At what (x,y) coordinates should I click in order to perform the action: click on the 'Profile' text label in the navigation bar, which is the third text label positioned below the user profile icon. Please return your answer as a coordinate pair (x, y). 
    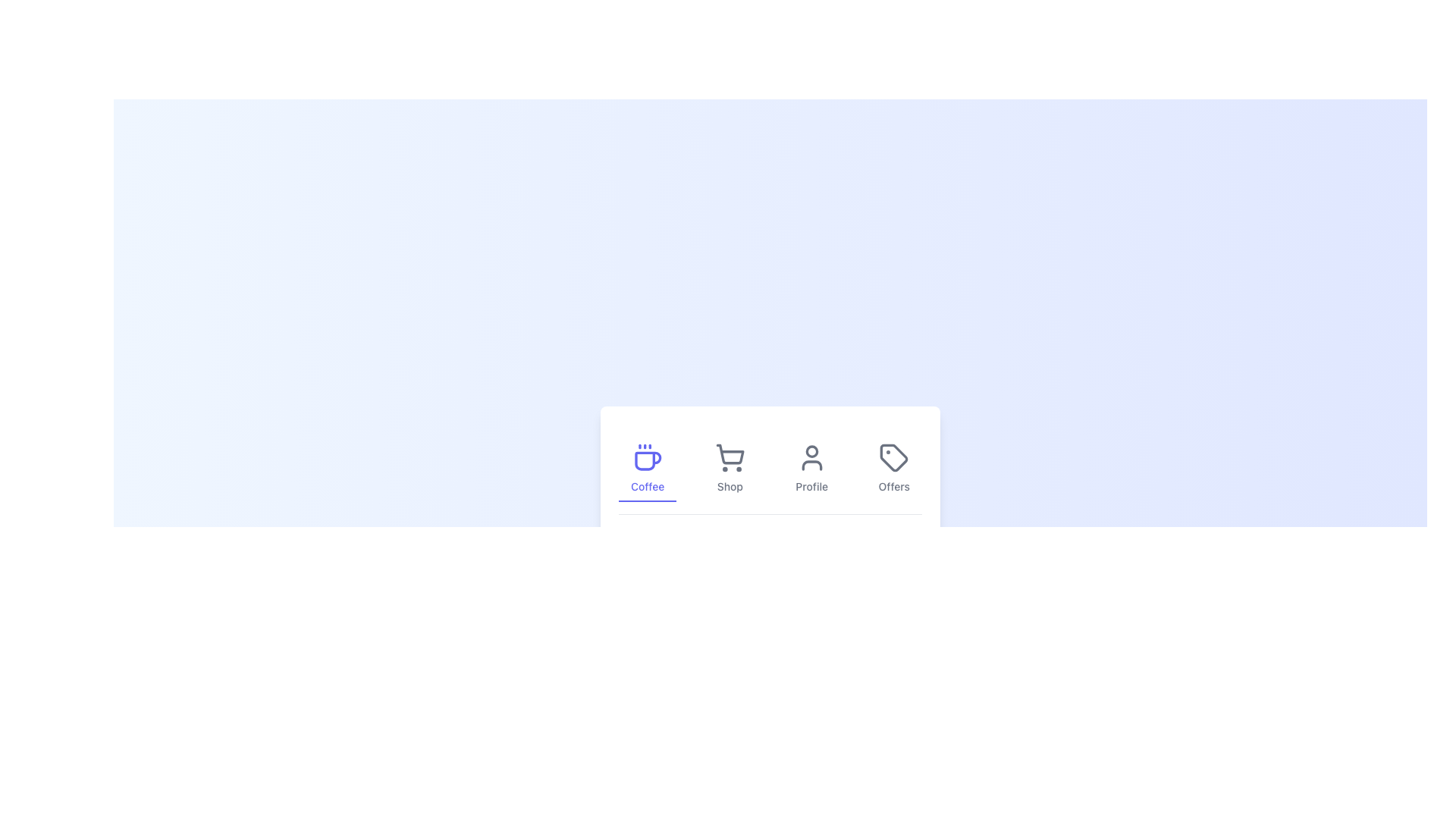
    Looking at the image, I should click on (811, 486).